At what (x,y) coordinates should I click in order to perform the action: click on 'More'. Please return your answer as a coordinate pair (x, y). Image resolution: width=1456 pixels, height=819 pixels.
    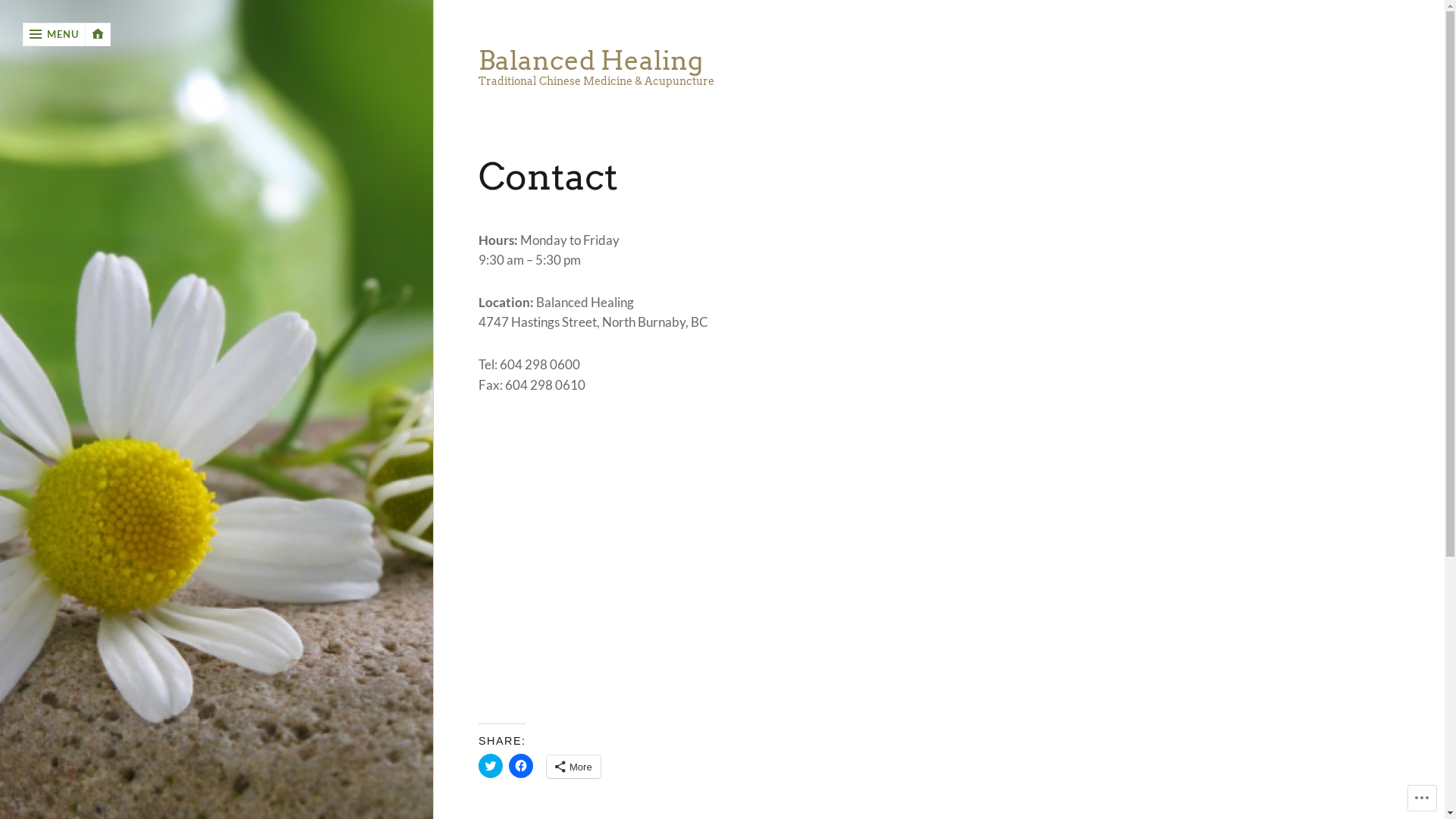
    Looking at the image, I should click on (573, 766).